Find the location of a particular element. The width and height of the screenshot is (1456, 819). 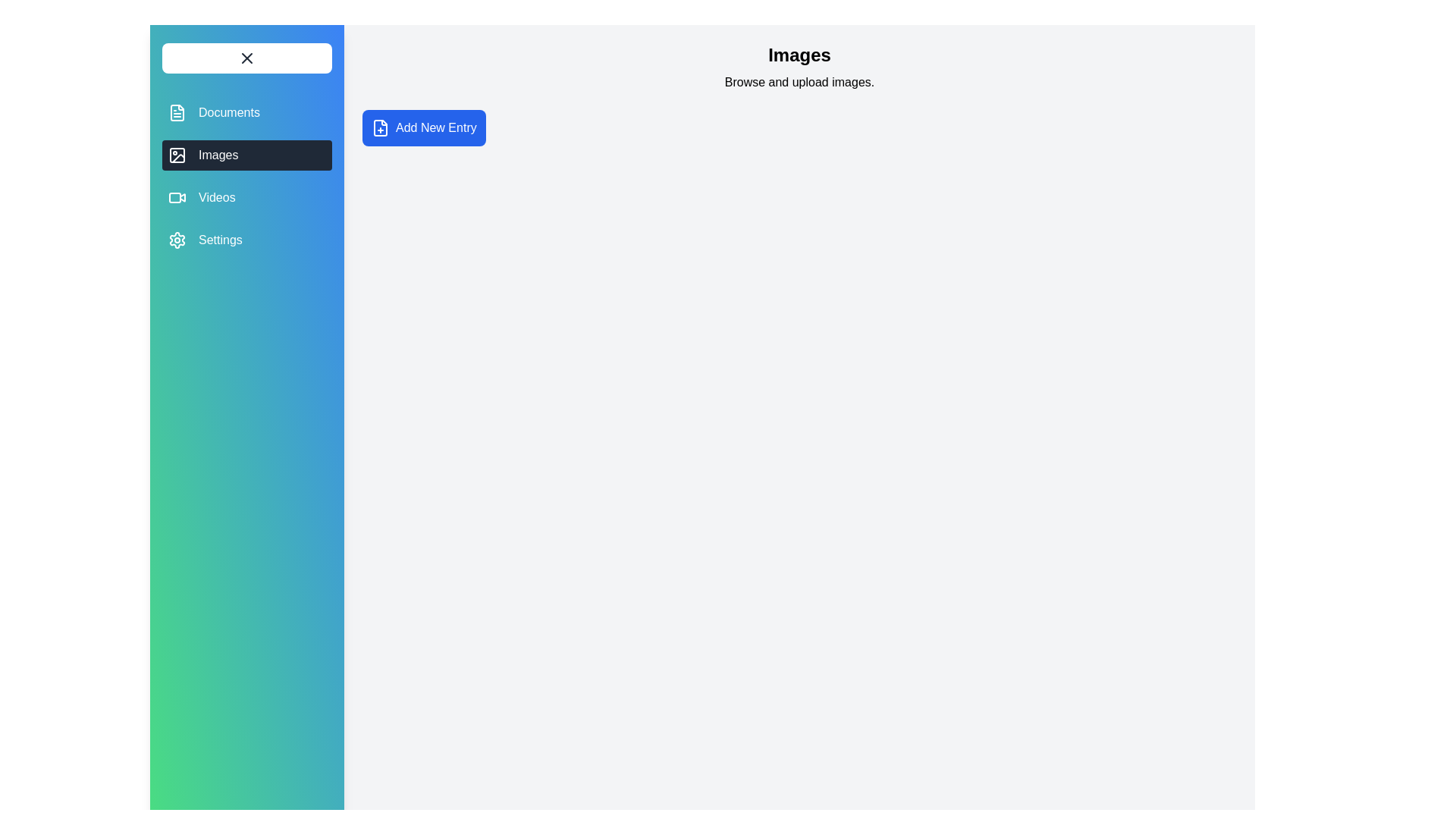

the 'Add New Entry' button is located at coordinates (423, 127).